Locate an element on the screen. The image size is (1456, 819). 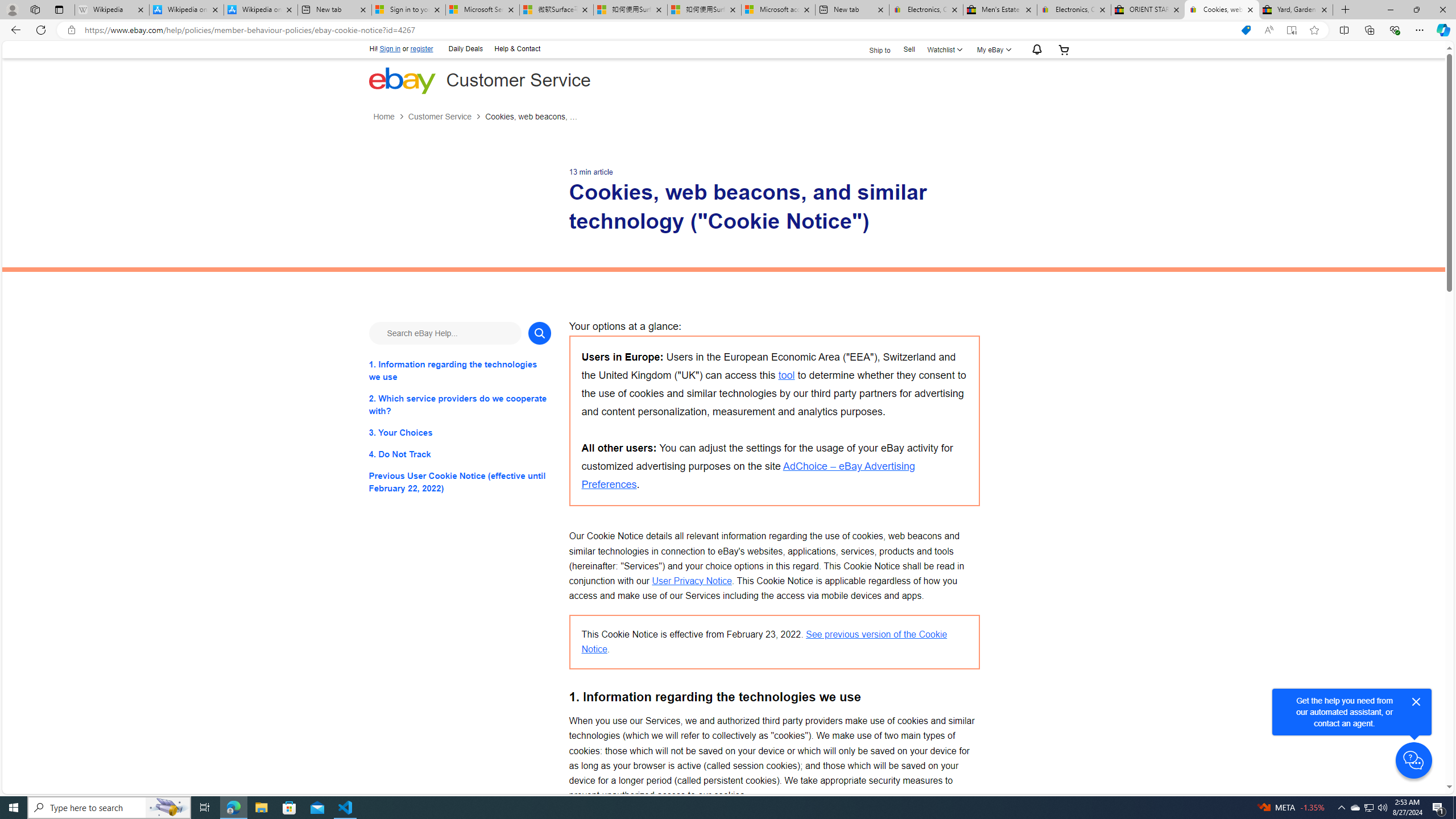
'Search eBay Help...' is located at coordinates (445, 333).